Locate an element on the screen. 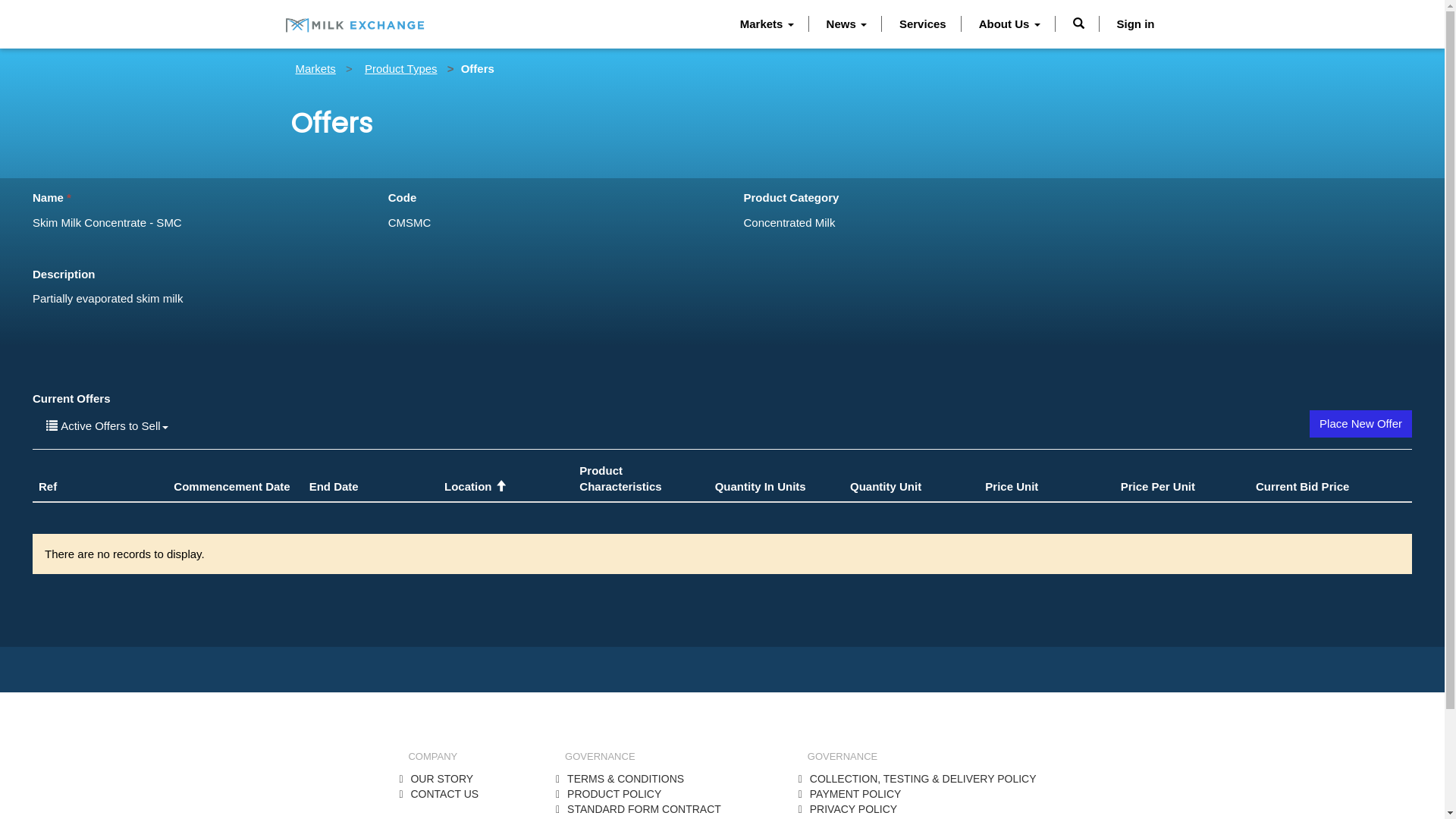 This screenshot has width=1456, height=819. 'Location is located at coordinates (475, 486).